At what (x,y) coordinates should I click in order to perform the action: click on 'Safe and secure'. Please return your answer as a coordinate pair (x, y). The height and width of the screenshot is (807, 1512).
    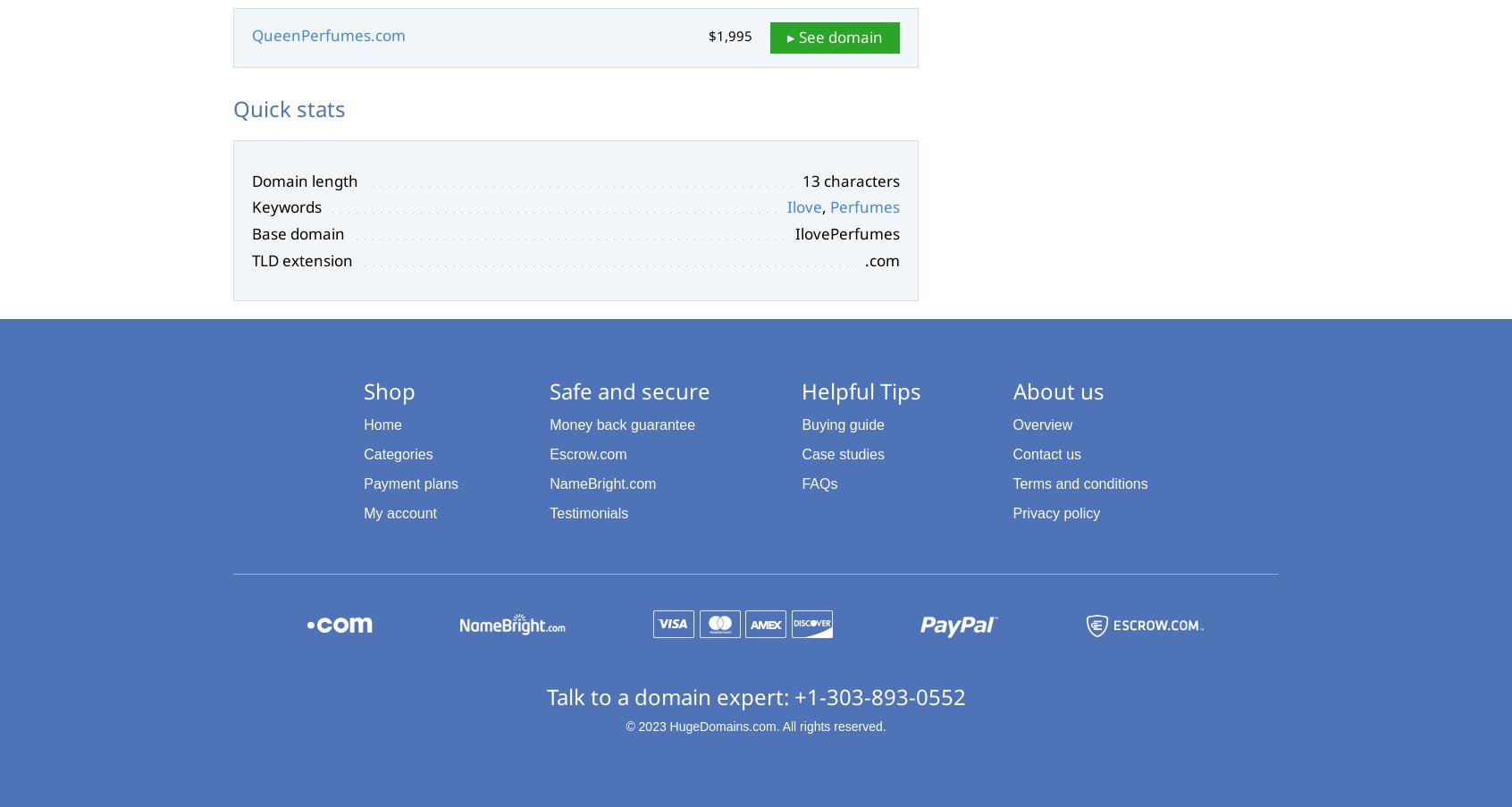
    Looking at the image, I should click on (630, 390).